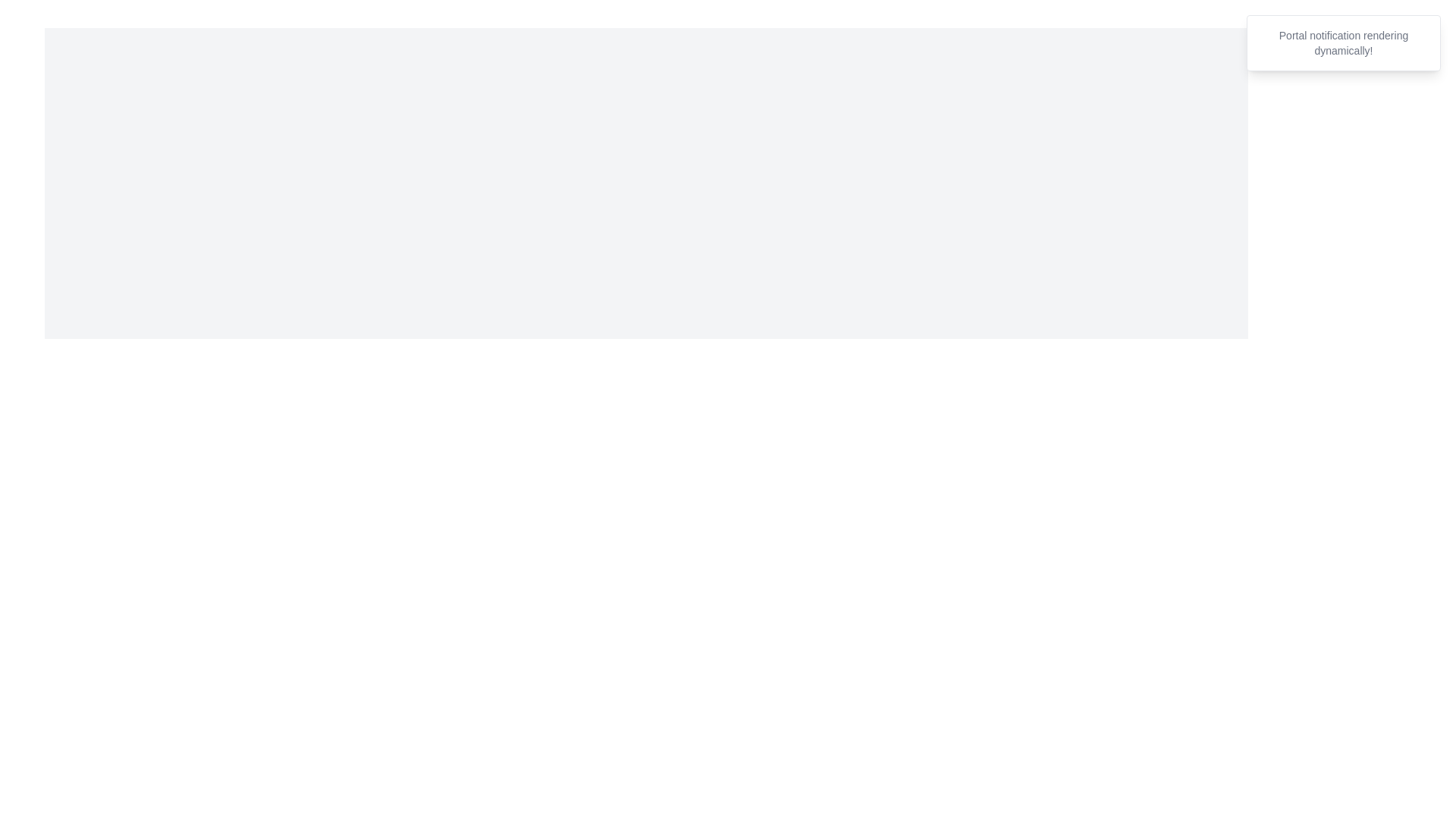 The image size is (1456, 819). Describe the element at coordinates (1343, 42) in the screenshot. I see `the static text displaying 'Portal notification rendering dynamically!' located in the top-right corner of the interface within a notification pop-up` at that location.